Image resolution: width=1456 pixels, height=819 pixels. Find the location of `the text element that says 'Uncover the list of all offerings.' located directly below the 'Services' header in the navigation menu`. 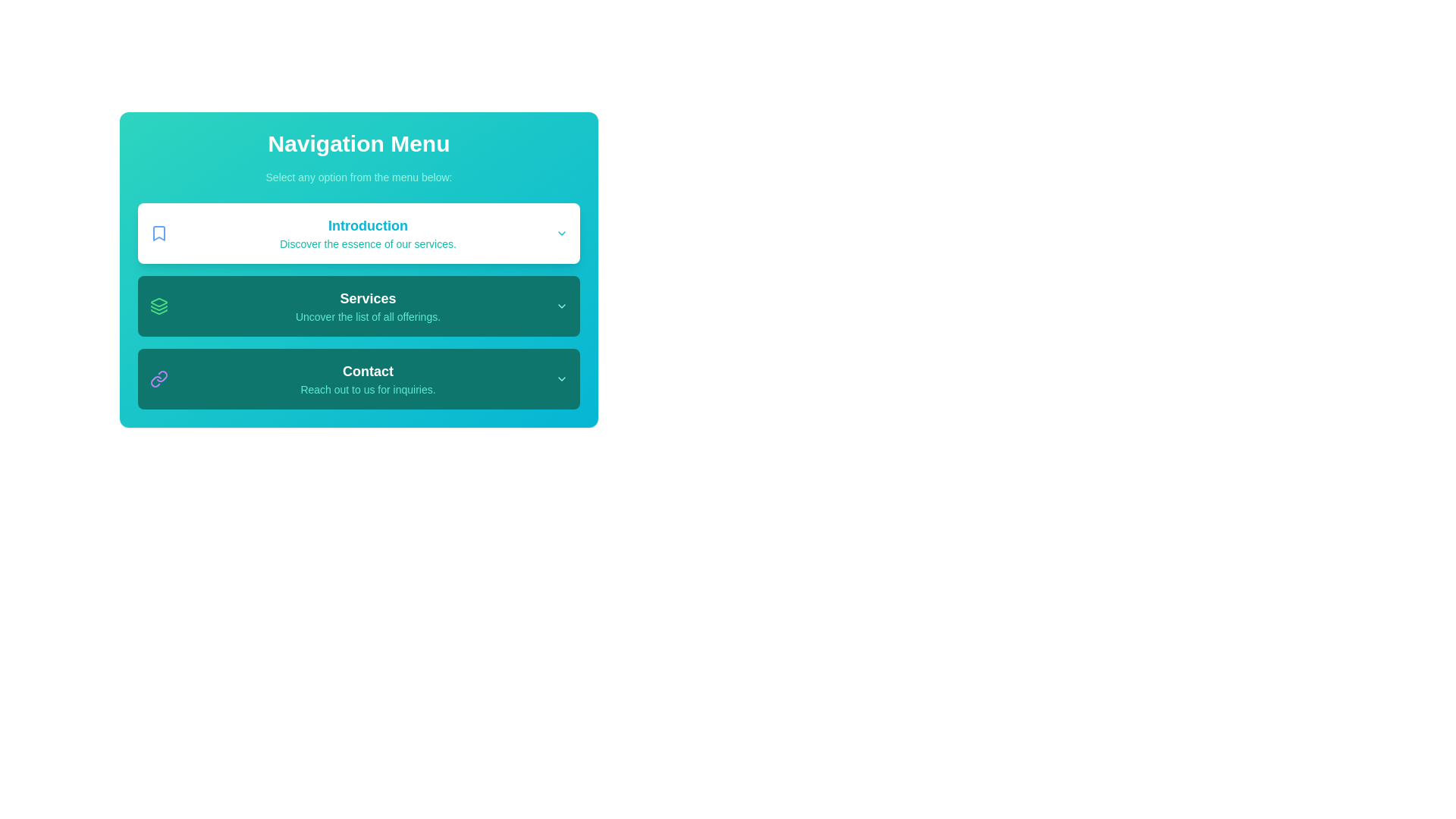

the text element that says 'Uncover the list of all offerings.' located directly below the 'Services' header in the navigation menu is located at coordinates (368, 315).